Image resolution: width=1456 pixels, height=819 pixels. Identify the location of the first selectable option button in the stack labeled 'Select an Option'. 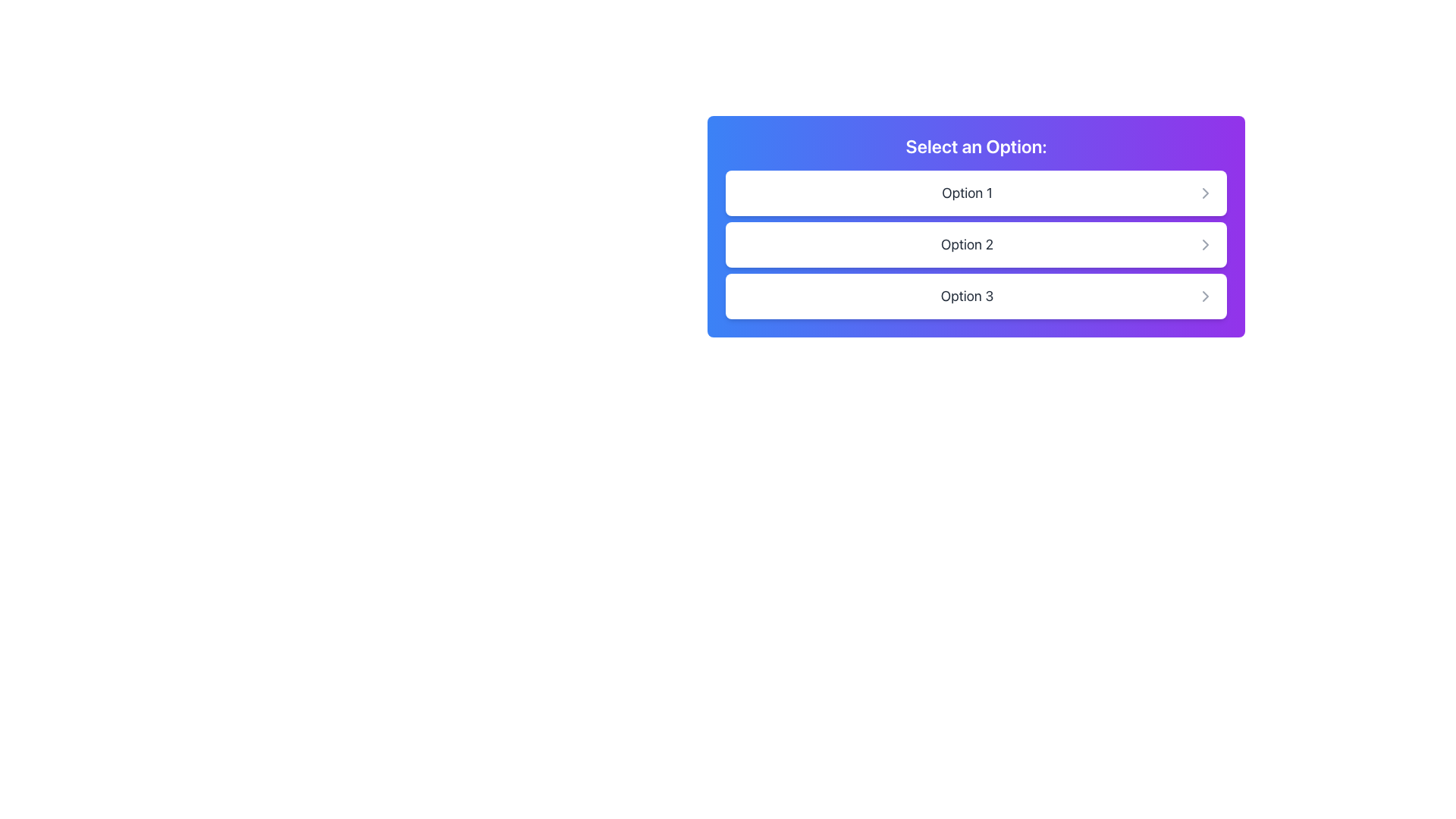
(976, 192).